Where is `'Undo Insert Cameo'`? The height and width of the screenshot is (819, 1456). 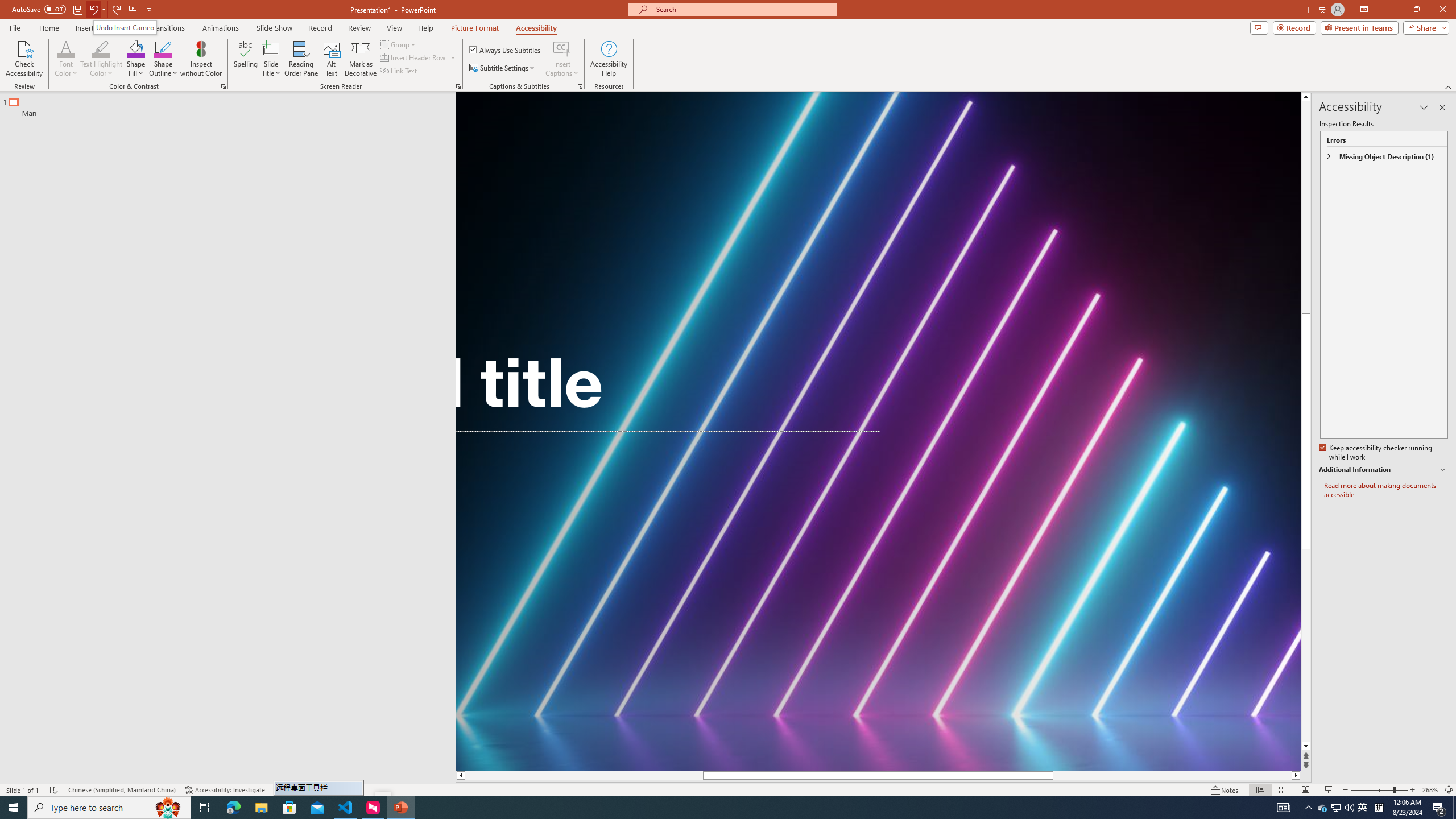
'Undo Insert Cameo' is located at coordinates (125, 27).